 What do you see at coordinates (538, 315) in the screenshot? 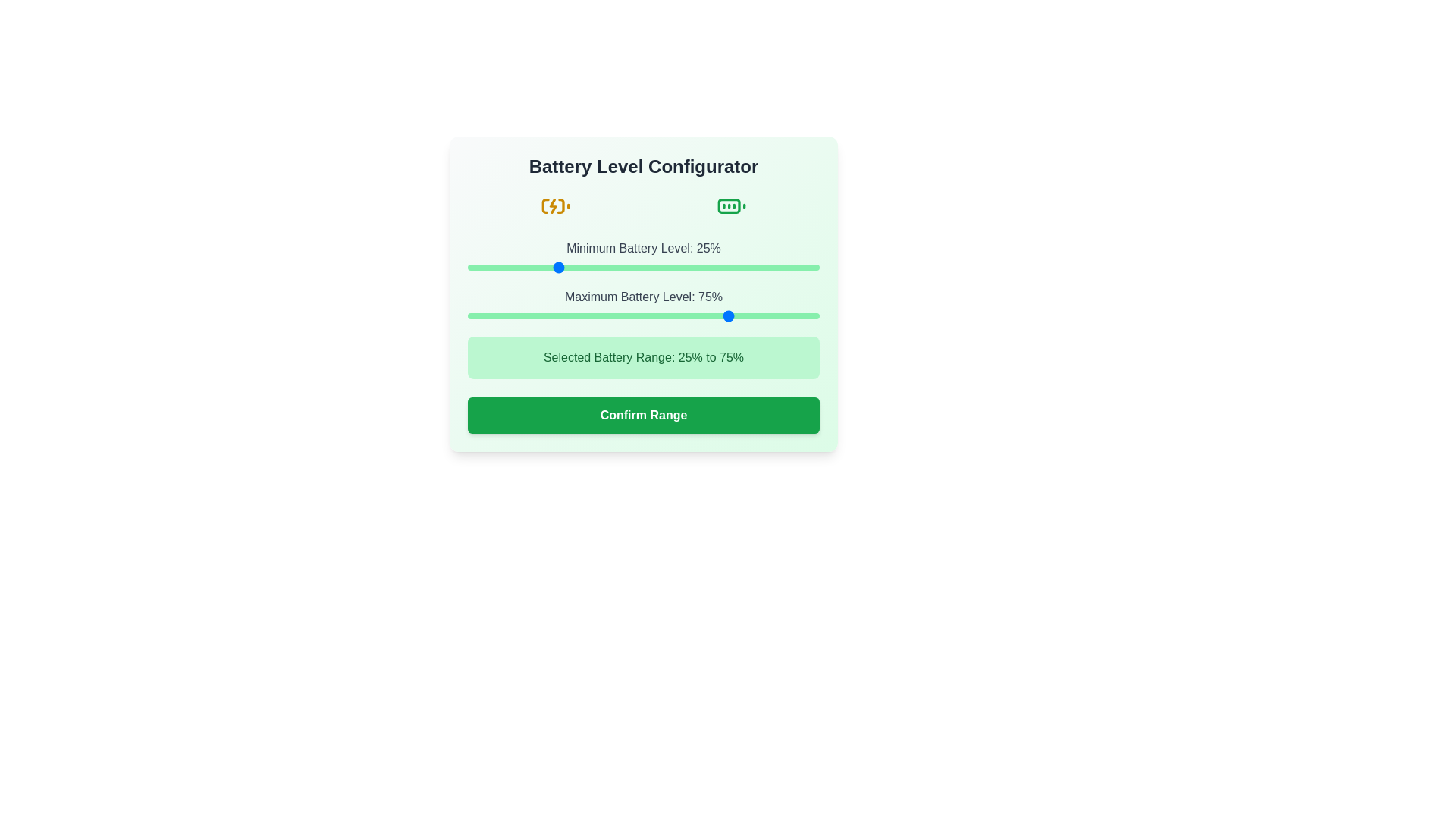
I see `the slider` at bounding box center [538, 315].